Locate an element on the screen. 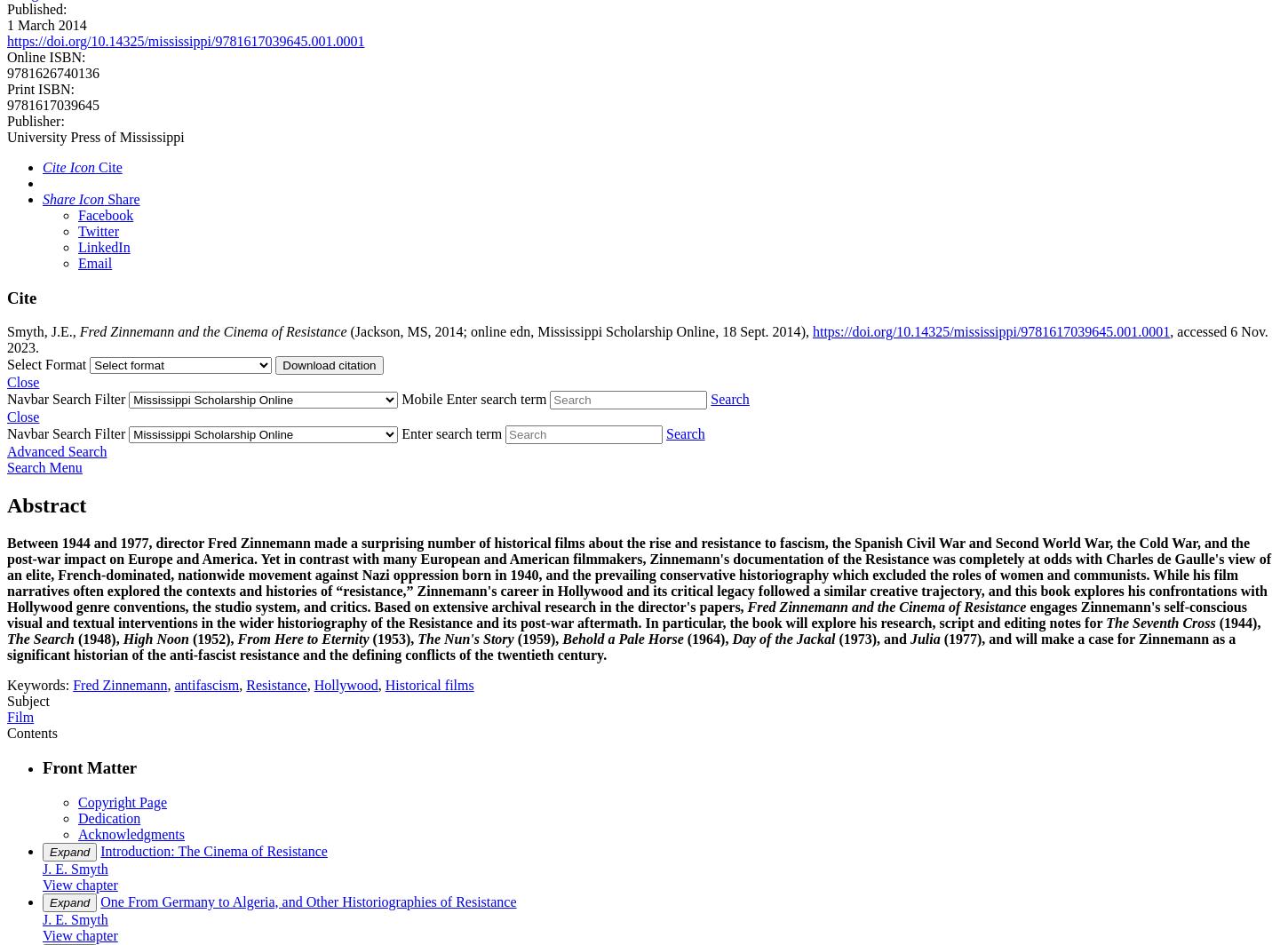  'Fred Zinnemann' is located at coordinates (118, 685).